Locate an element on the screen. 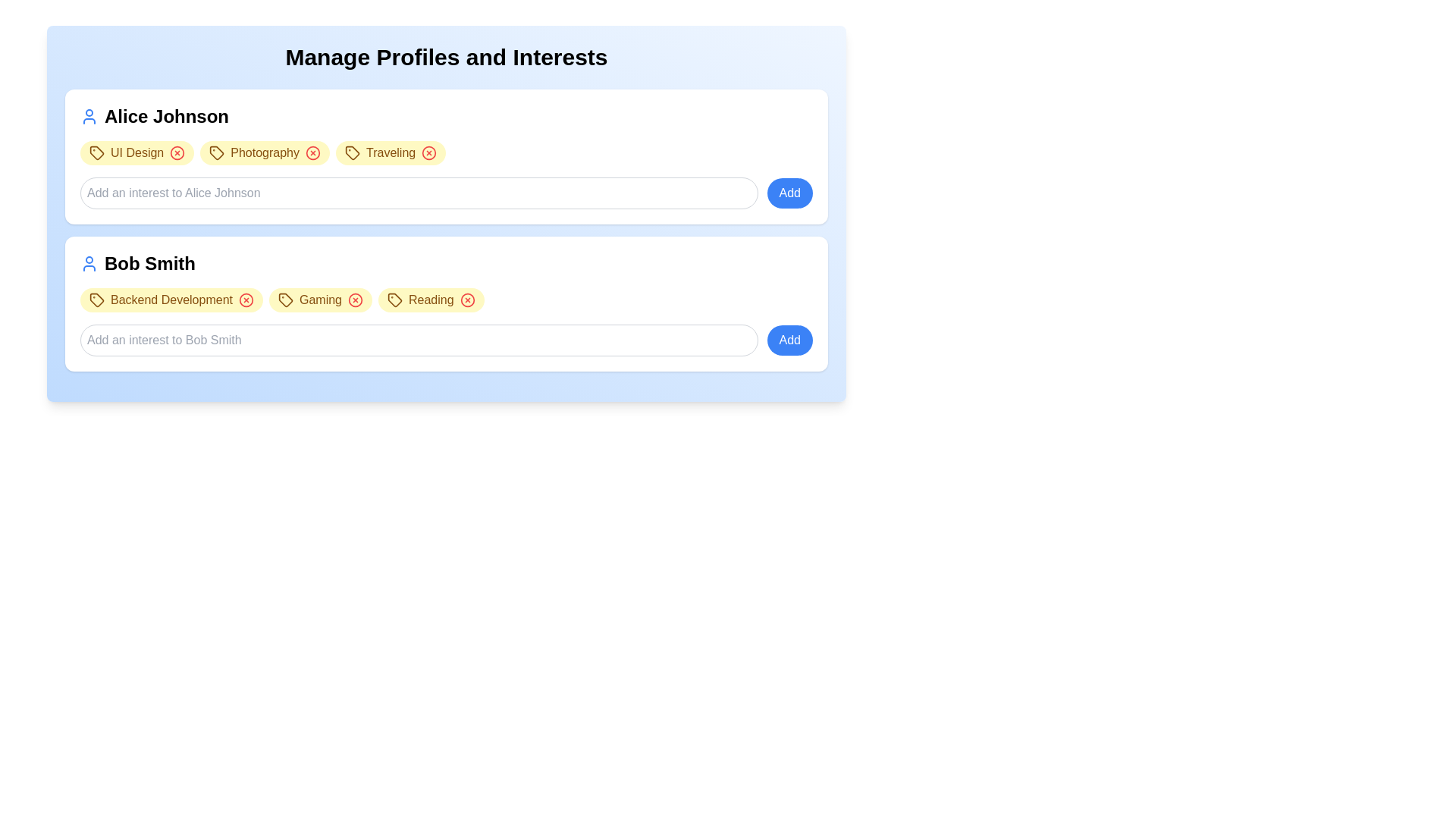 This screenshot has width=1456, height=819. the button is located at coordinates (428, 152).